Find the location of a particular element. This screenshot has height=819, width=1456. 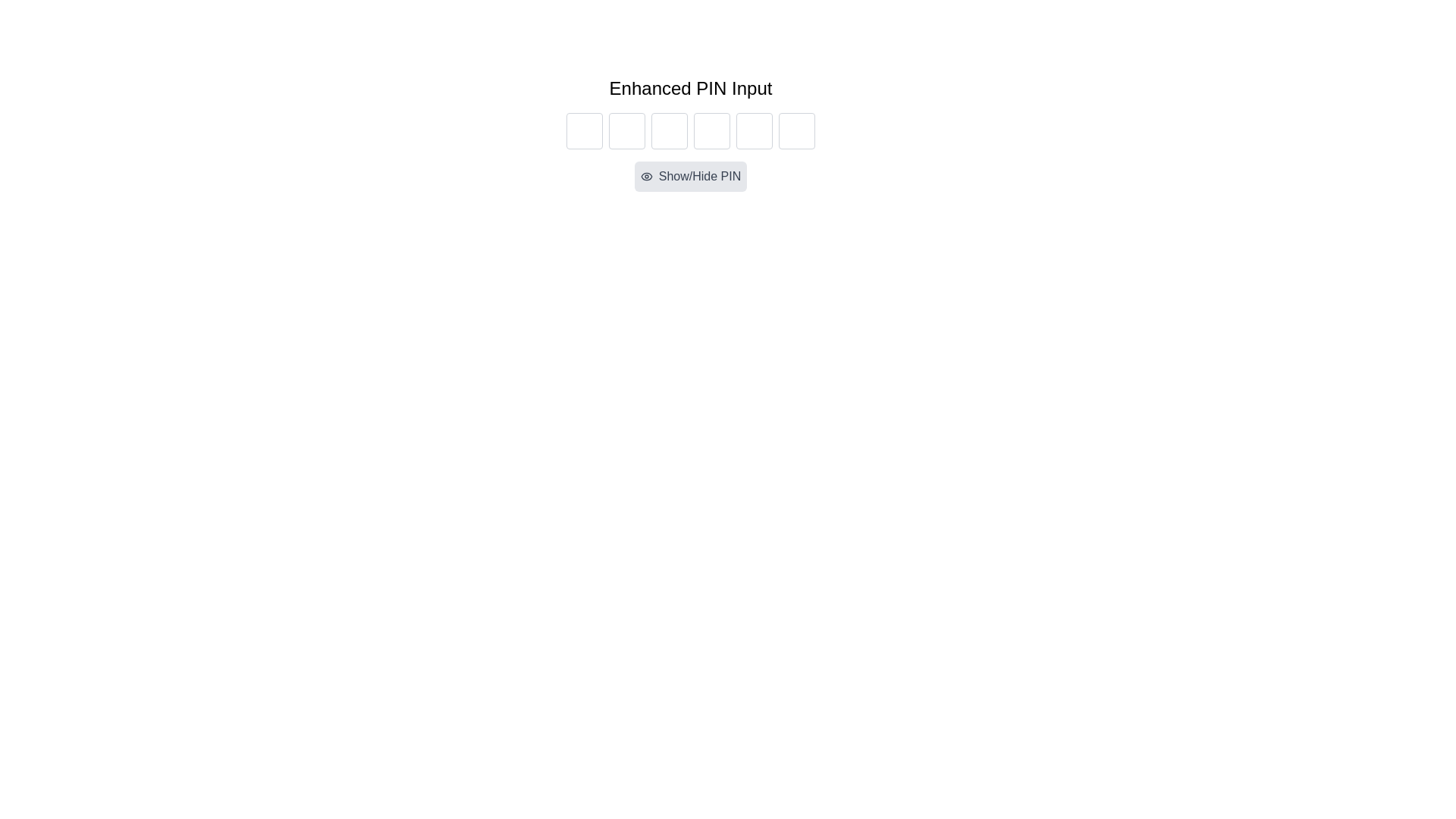

the toggle button for showing or hiding the entered PIN characters located centrally aligned below the input boxes is located at coordinates (690, 152).